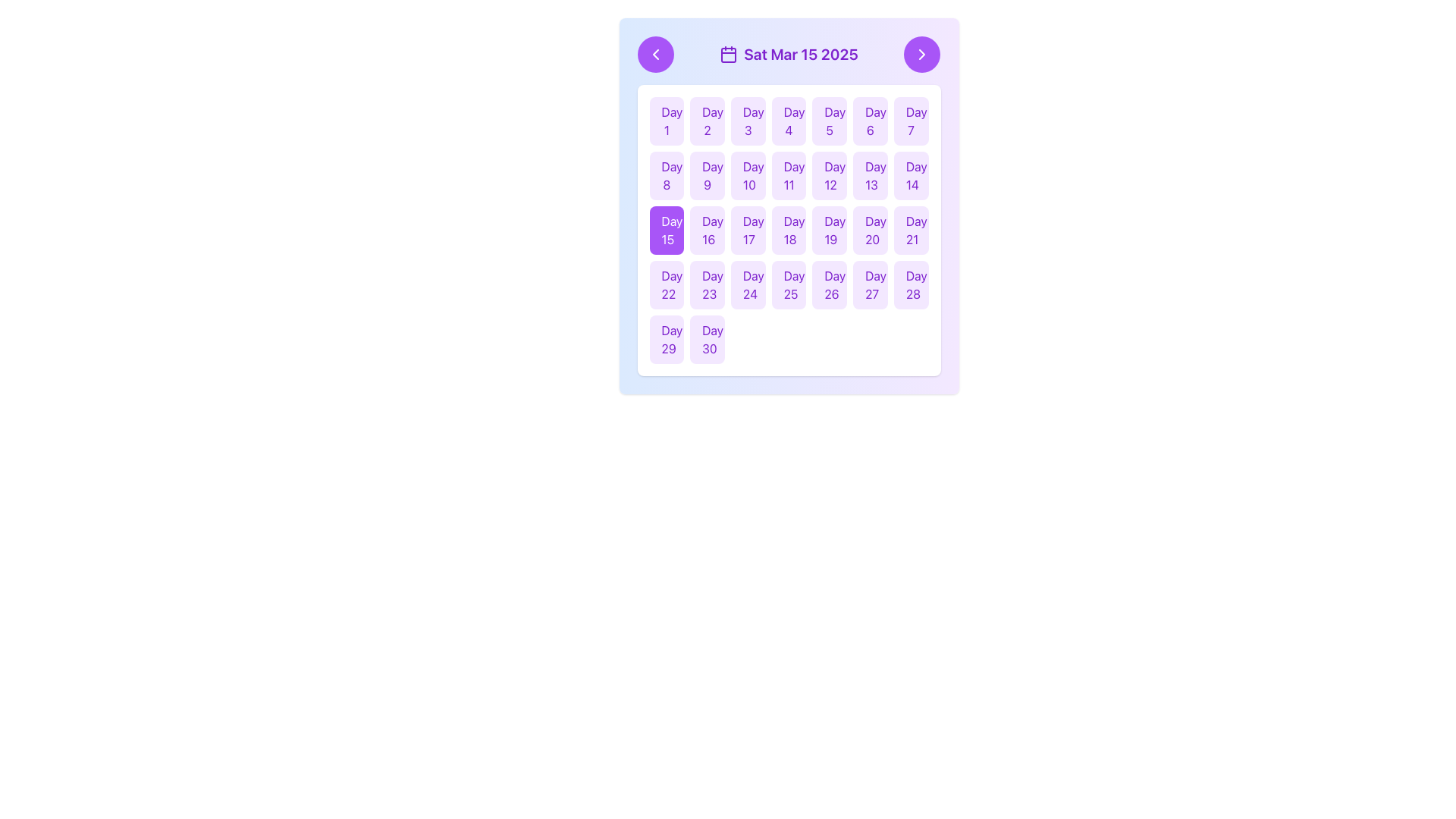 This screenshot has width=1456, height=819. I want to click on the left-pointing chevron icon within the circular purple button on the top left corner of the calendar interface, so click(655, 54).